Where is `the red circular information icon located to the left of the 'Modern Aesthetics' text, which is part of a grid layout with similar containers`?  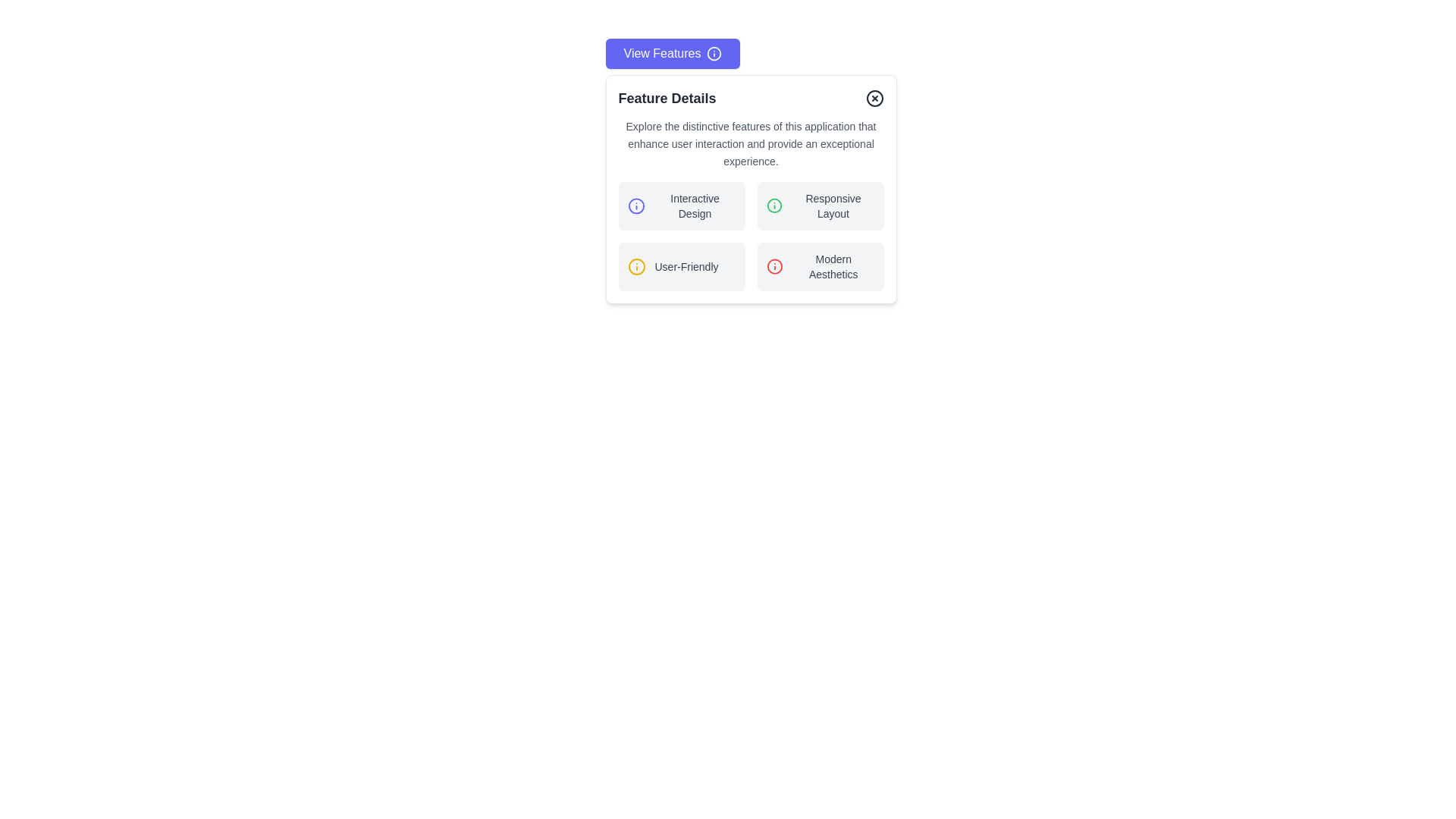 the red circular information icon located to the left of the 'Modern Aesthetics' text, which is part of a grid layout with similar containers is located at coordinates (774, 266).